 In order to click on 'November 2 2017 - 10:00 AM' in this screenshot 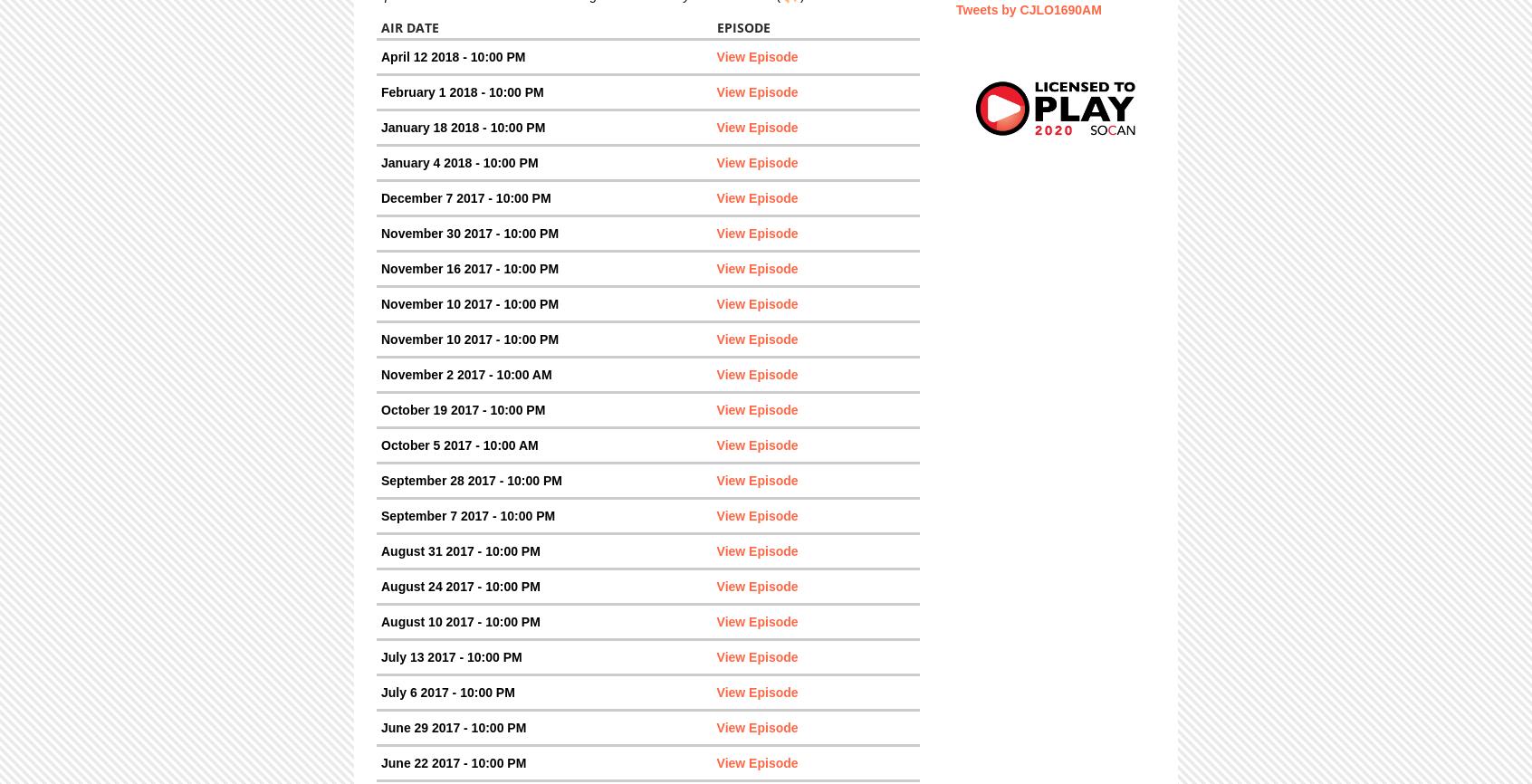, I will do `click(466, 372)`.